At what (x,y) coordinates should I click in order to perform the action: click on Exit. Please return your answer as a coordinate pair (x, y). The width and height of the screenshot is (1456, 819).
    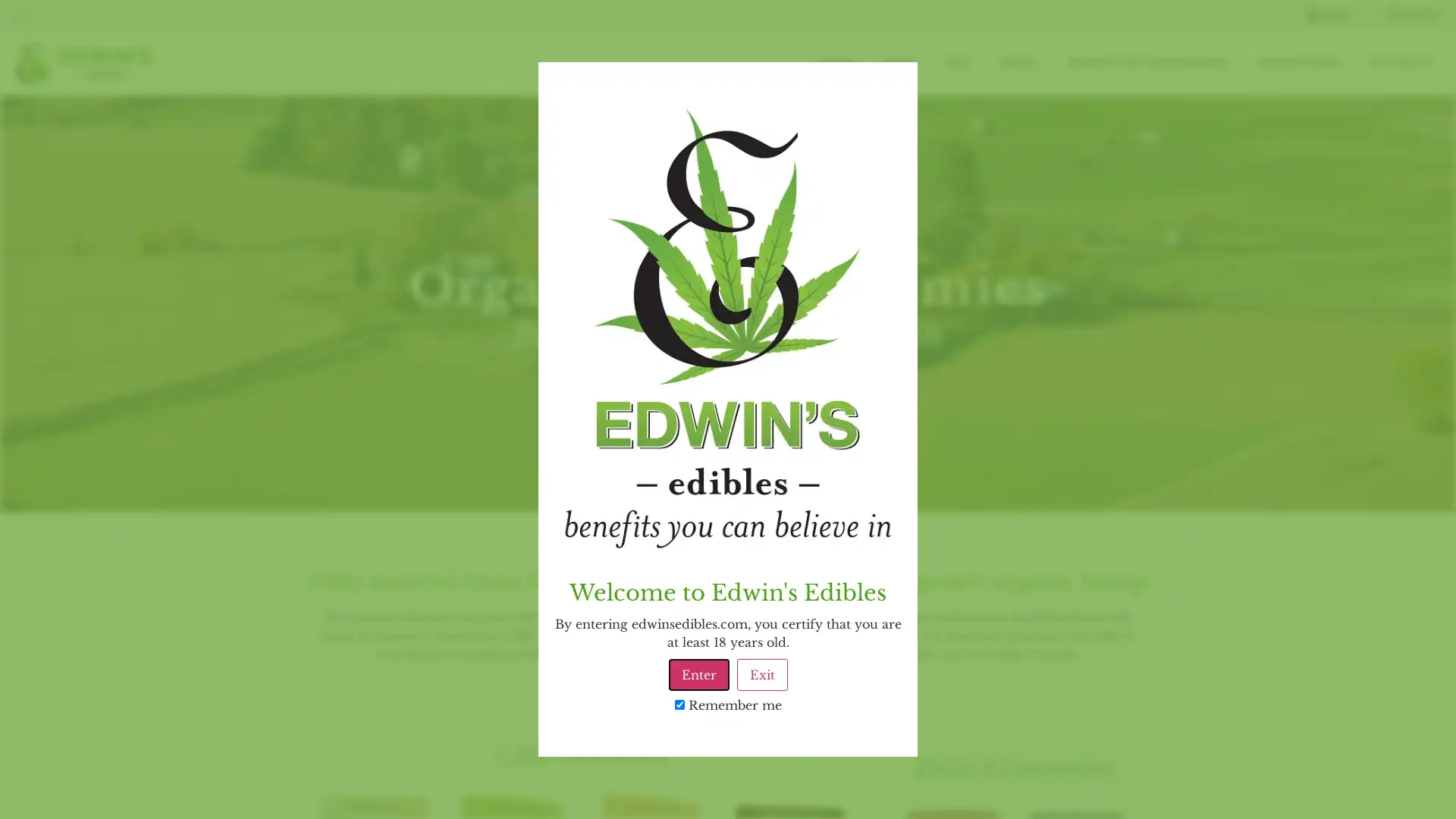
    Looking at the image, I should click on (761, 674).